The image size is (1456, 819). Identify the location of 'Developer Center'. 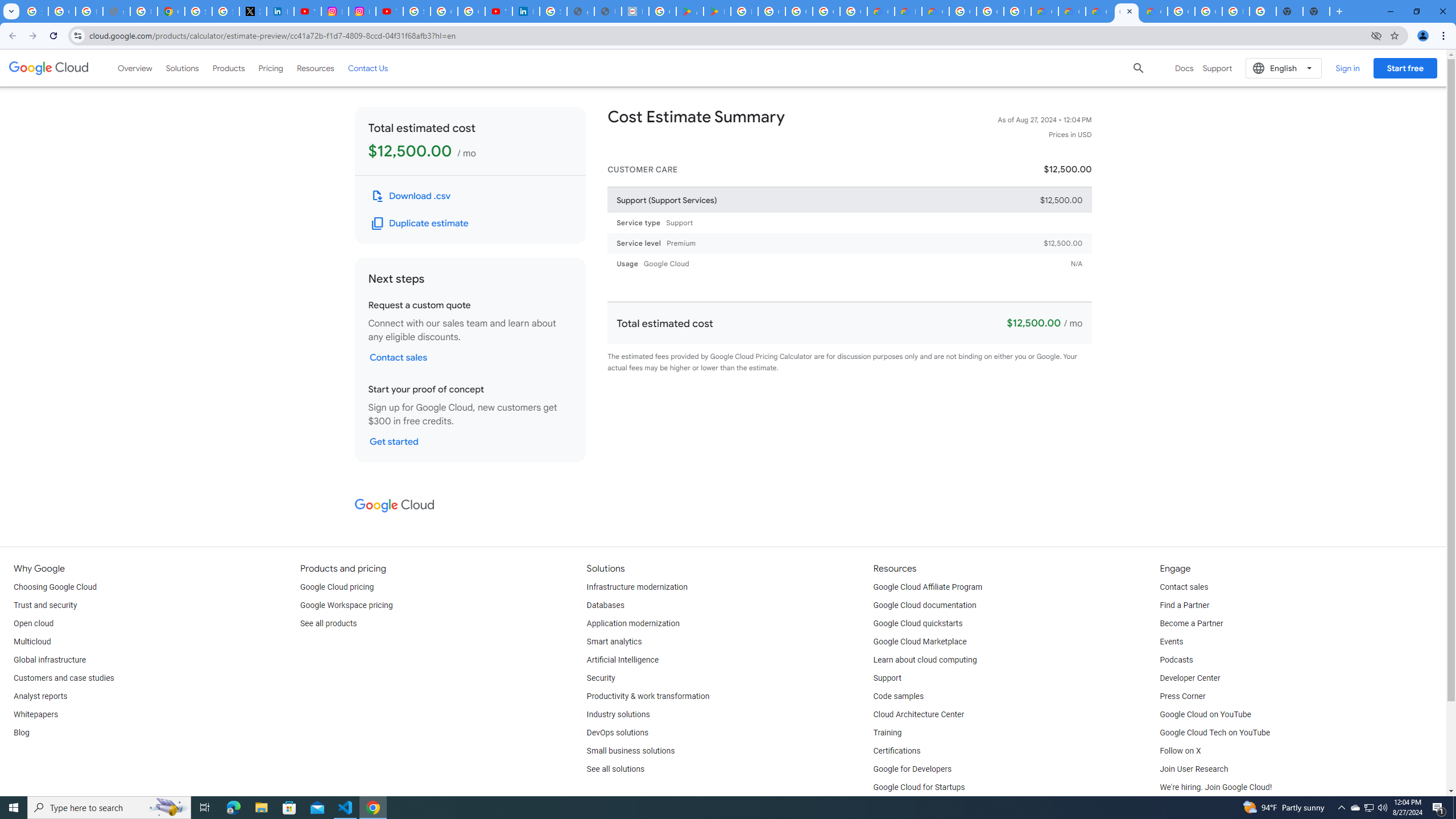
(1189, 678).